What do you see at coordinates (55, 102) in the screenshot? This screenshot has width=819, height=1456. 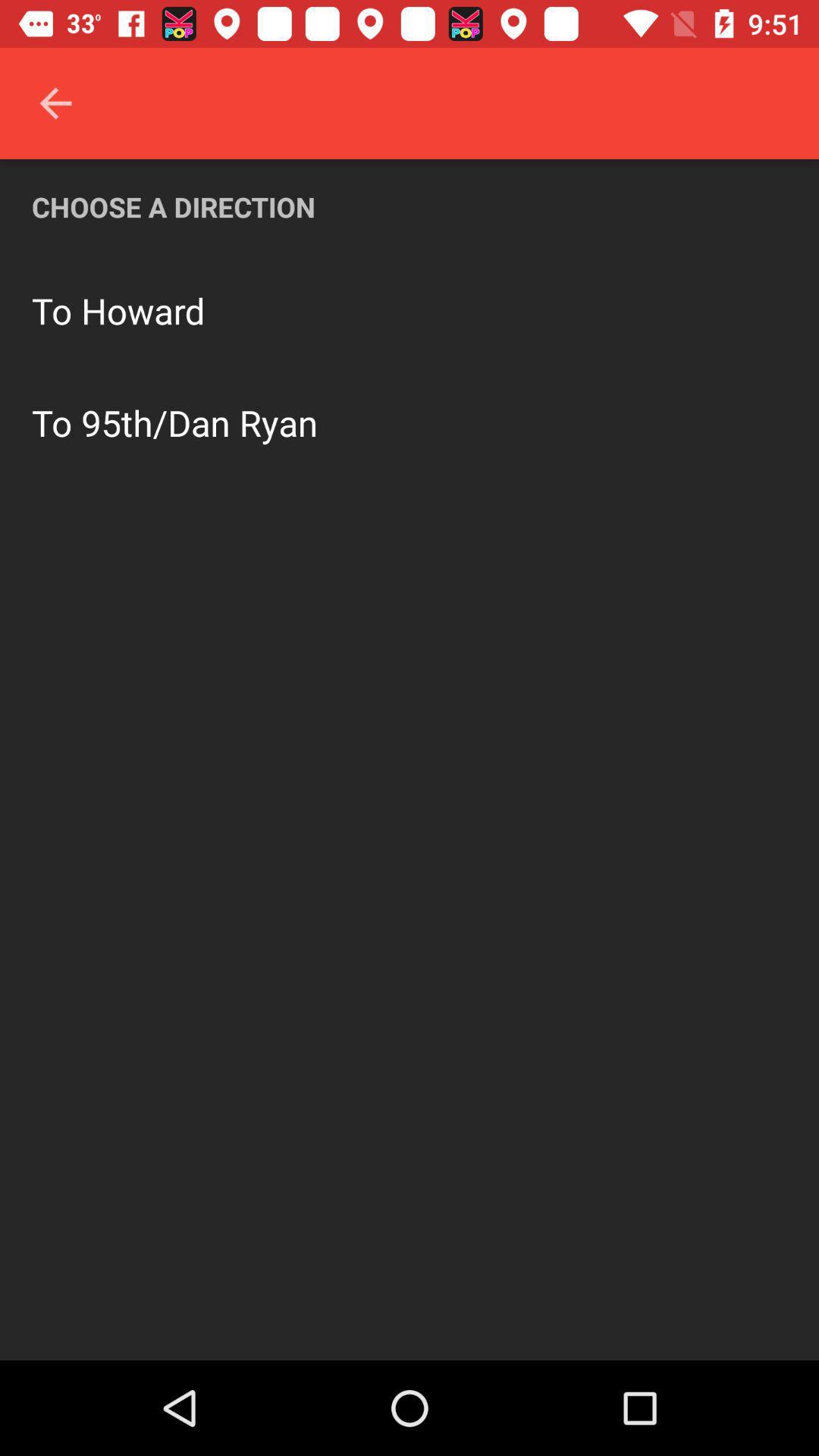 I see `icon above the choose a direction icon` at bounding box center [55, 102].